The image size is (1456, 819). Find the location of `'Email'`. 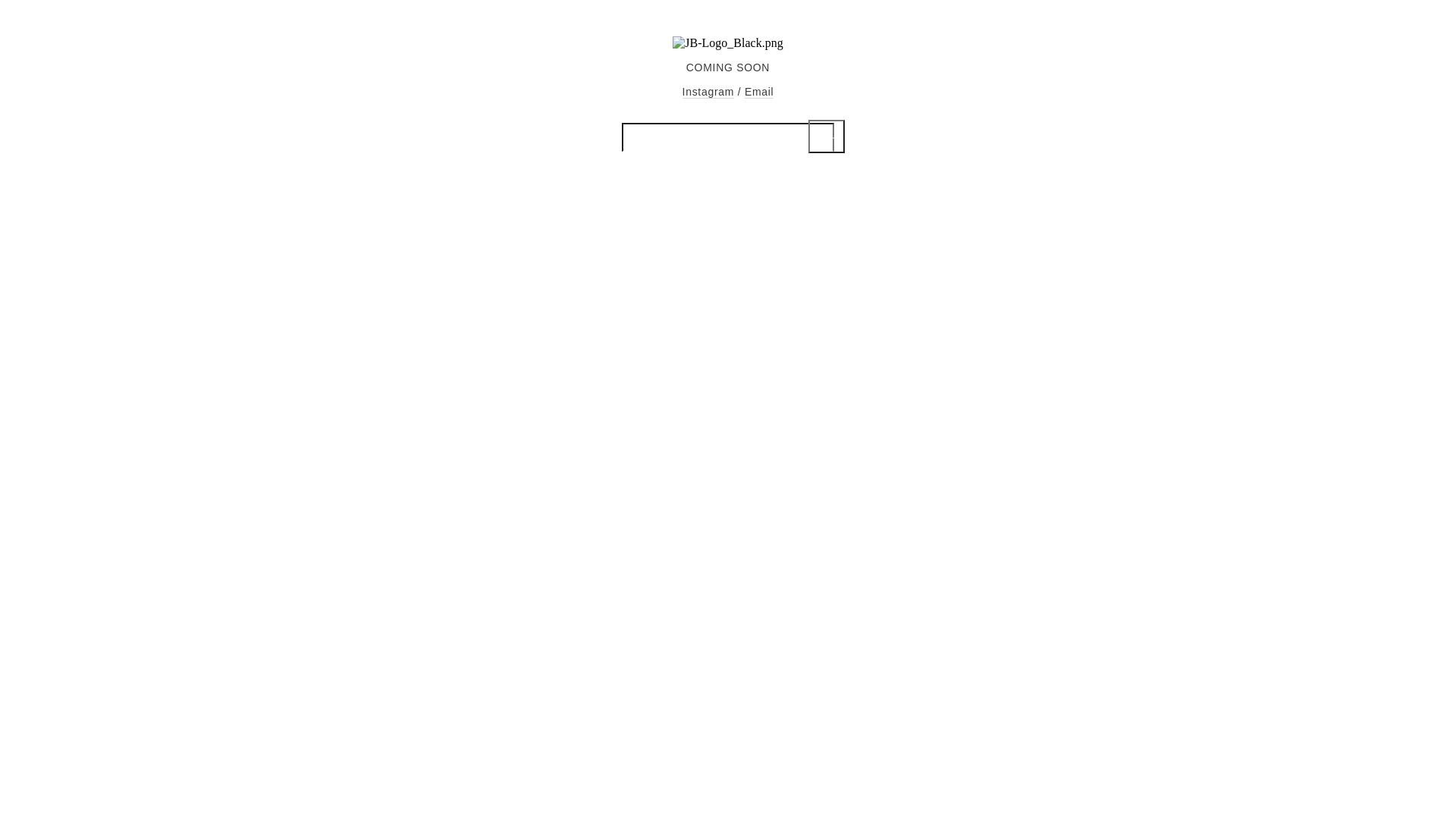

'Email' is located at coordinates (745, 92).